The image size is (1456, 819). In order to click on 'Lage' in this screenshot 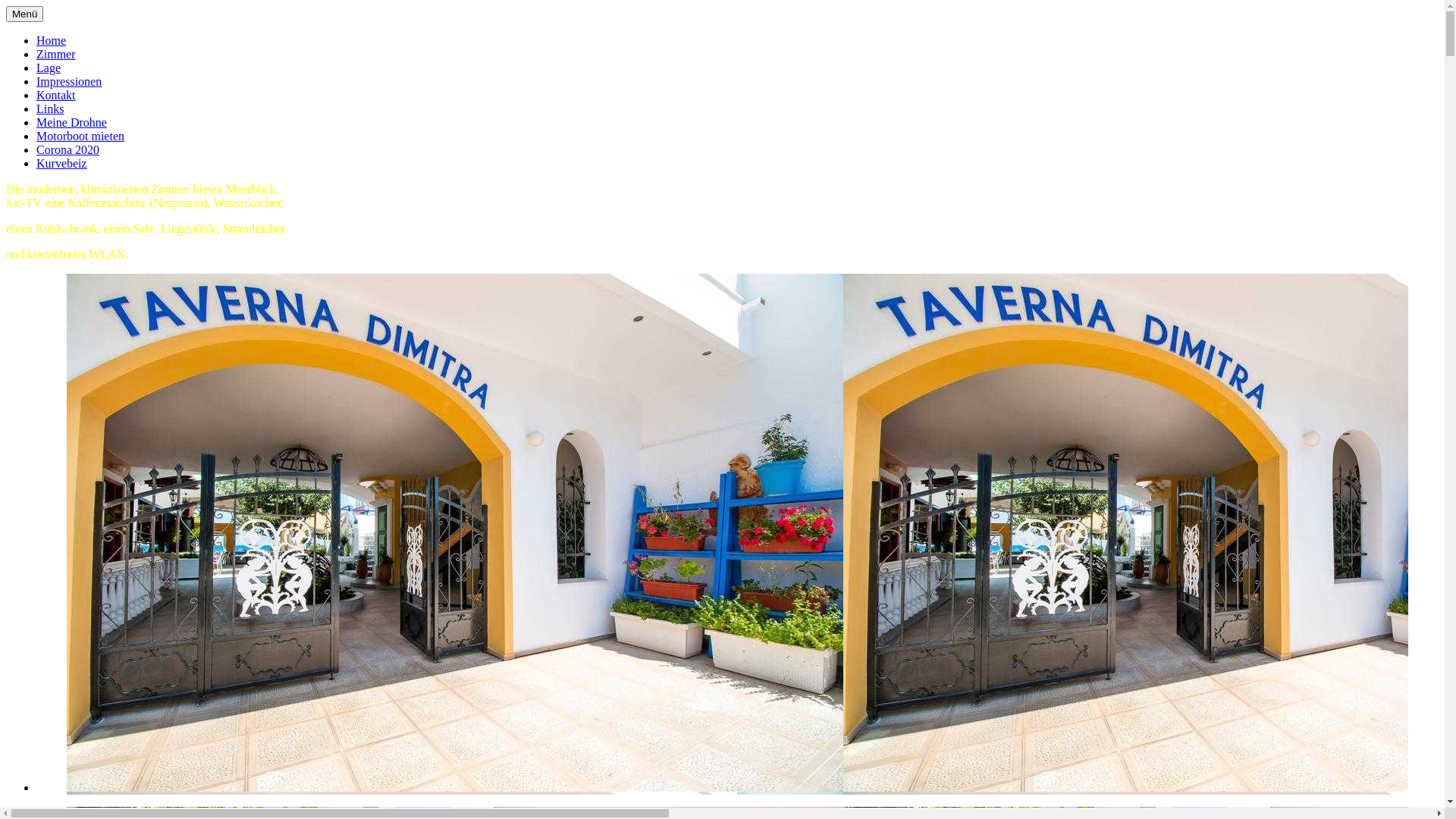, I will do `click(48, 67)`.